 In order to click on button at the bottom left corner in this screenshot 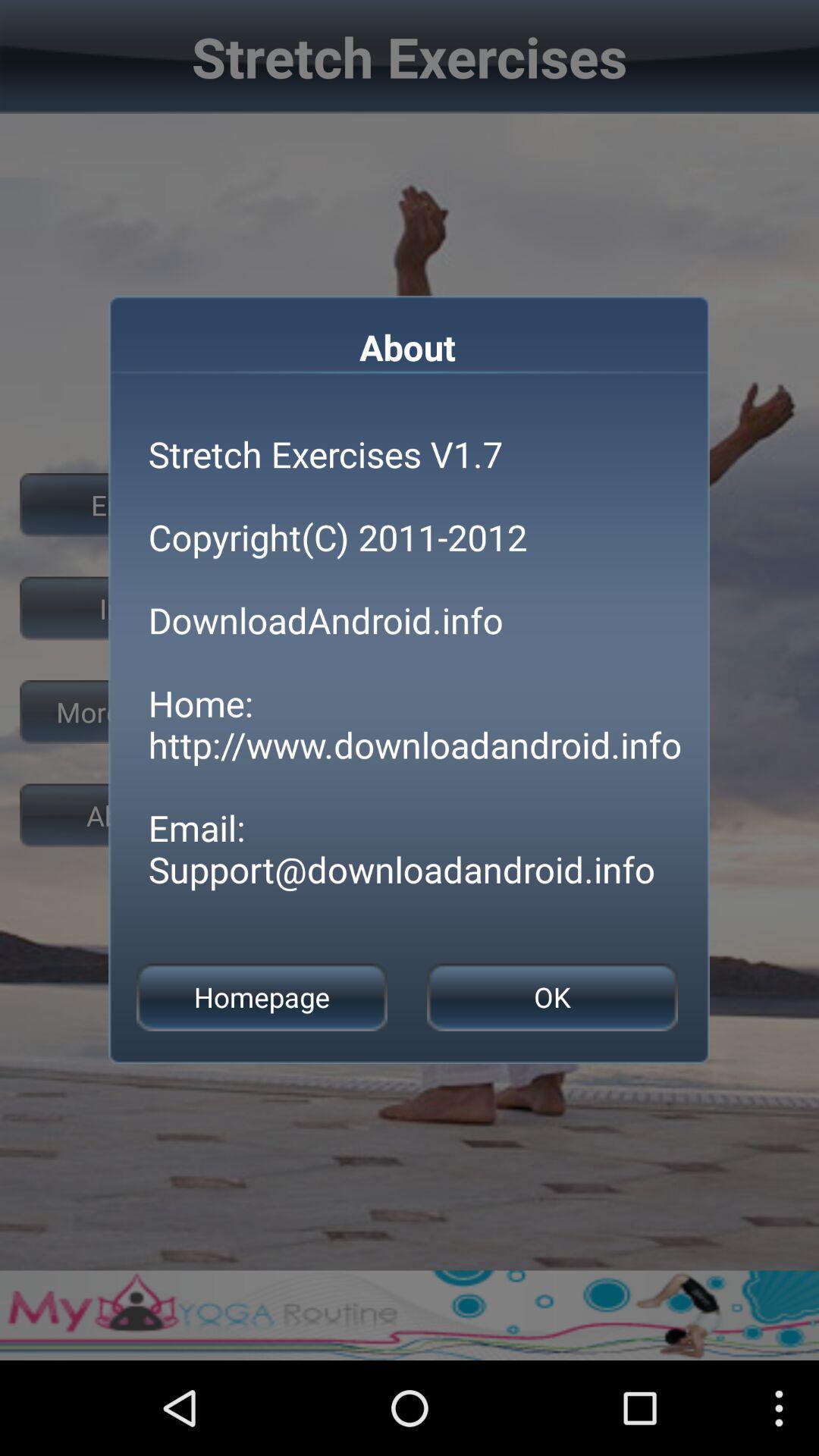, I will do `click(261, 997)`.